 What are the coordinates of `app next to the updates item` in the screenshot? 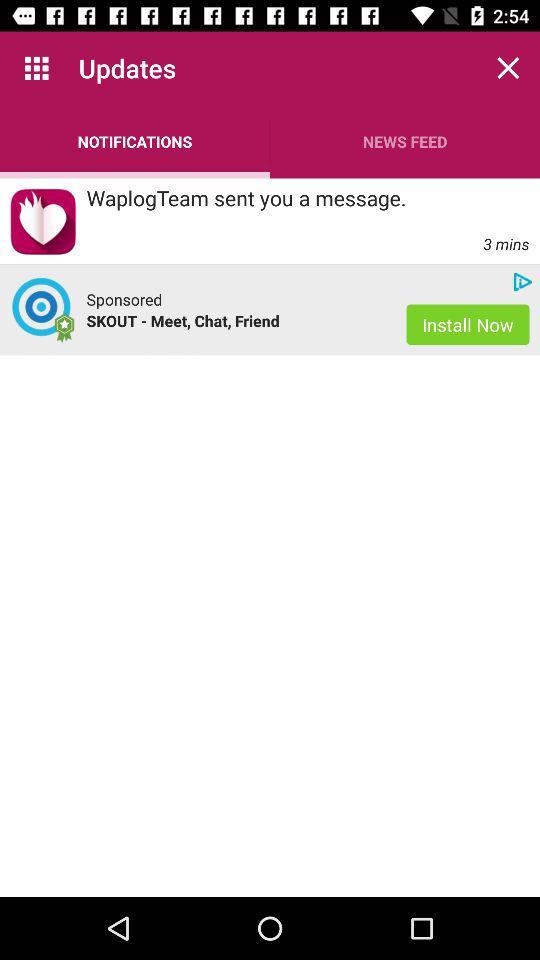 It's located at (36, 68).